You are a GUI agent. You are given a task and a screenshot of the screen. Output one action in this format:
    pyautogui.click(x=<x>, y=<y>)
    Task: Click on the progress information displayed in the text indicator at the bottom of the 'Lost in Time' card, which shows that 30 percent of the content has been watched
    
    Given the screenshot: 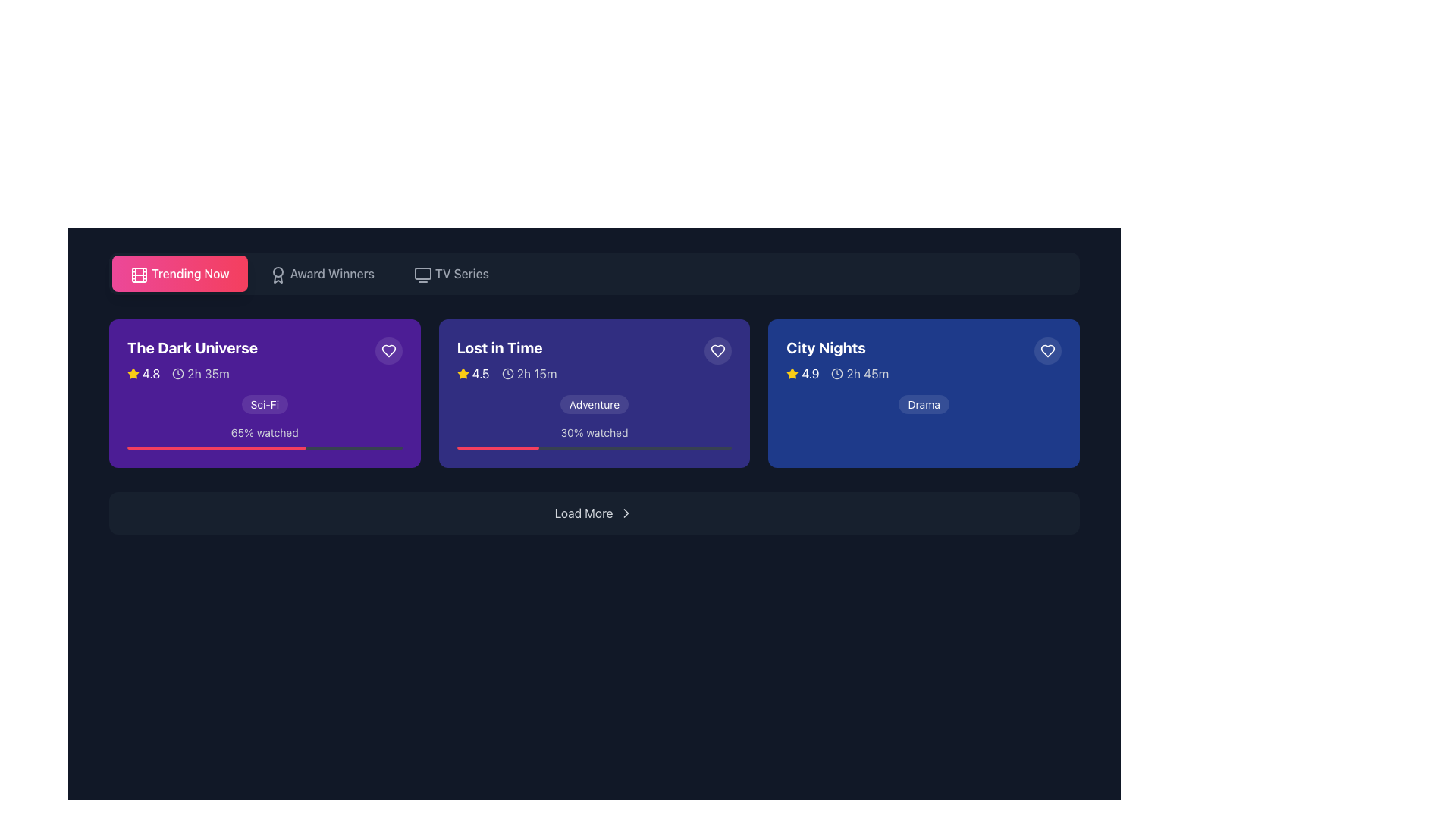 What is the action you would take?
    pyautogui.click(x=593, y=438)
    